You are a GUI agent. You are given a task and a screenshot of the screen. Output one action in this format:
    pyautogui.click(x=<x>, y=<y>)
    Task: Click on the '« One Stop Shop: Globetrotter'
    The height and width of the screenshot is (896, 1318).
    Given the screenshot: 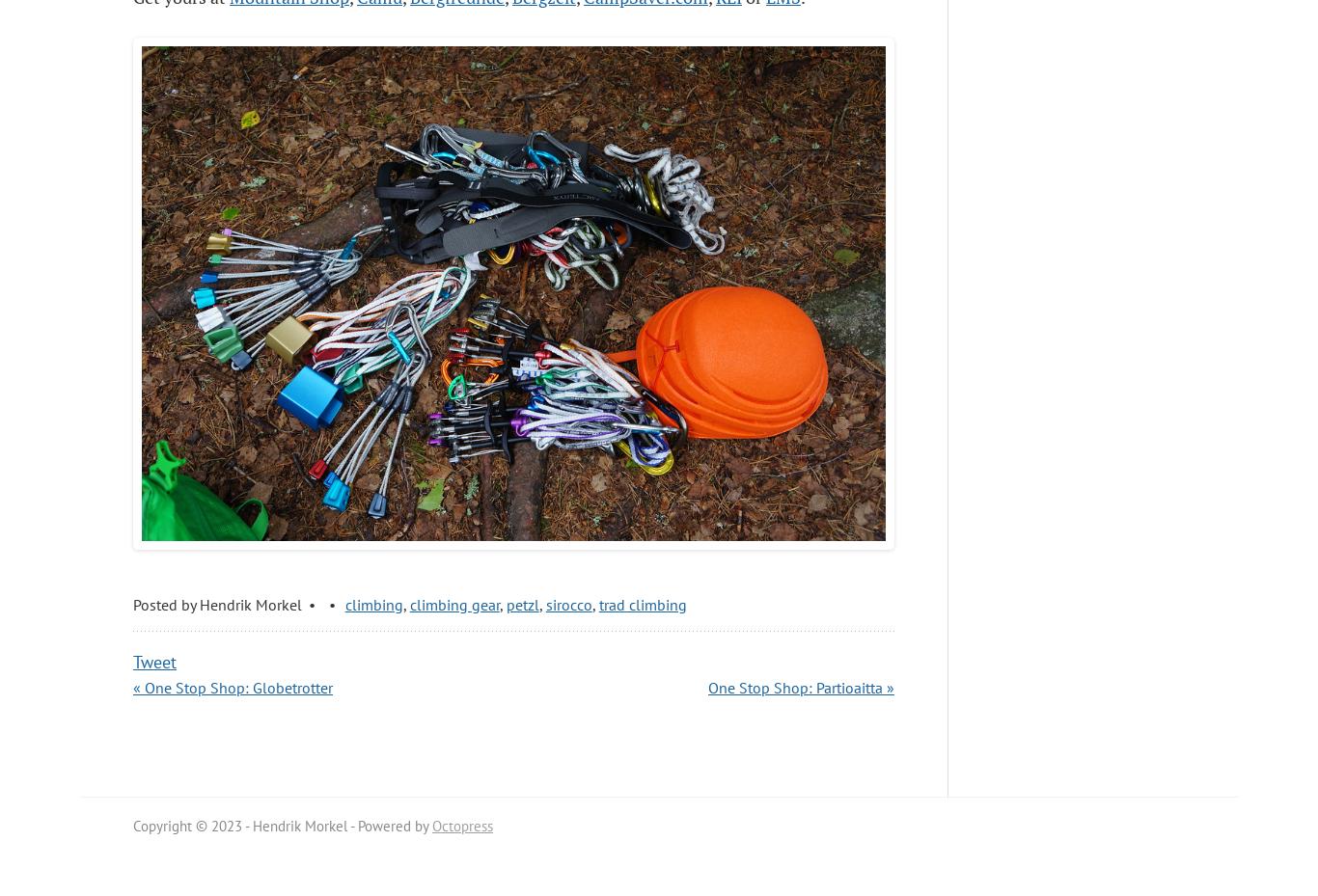 What is the action you would take?
    pyautogui.click(x=233, y=688)
    